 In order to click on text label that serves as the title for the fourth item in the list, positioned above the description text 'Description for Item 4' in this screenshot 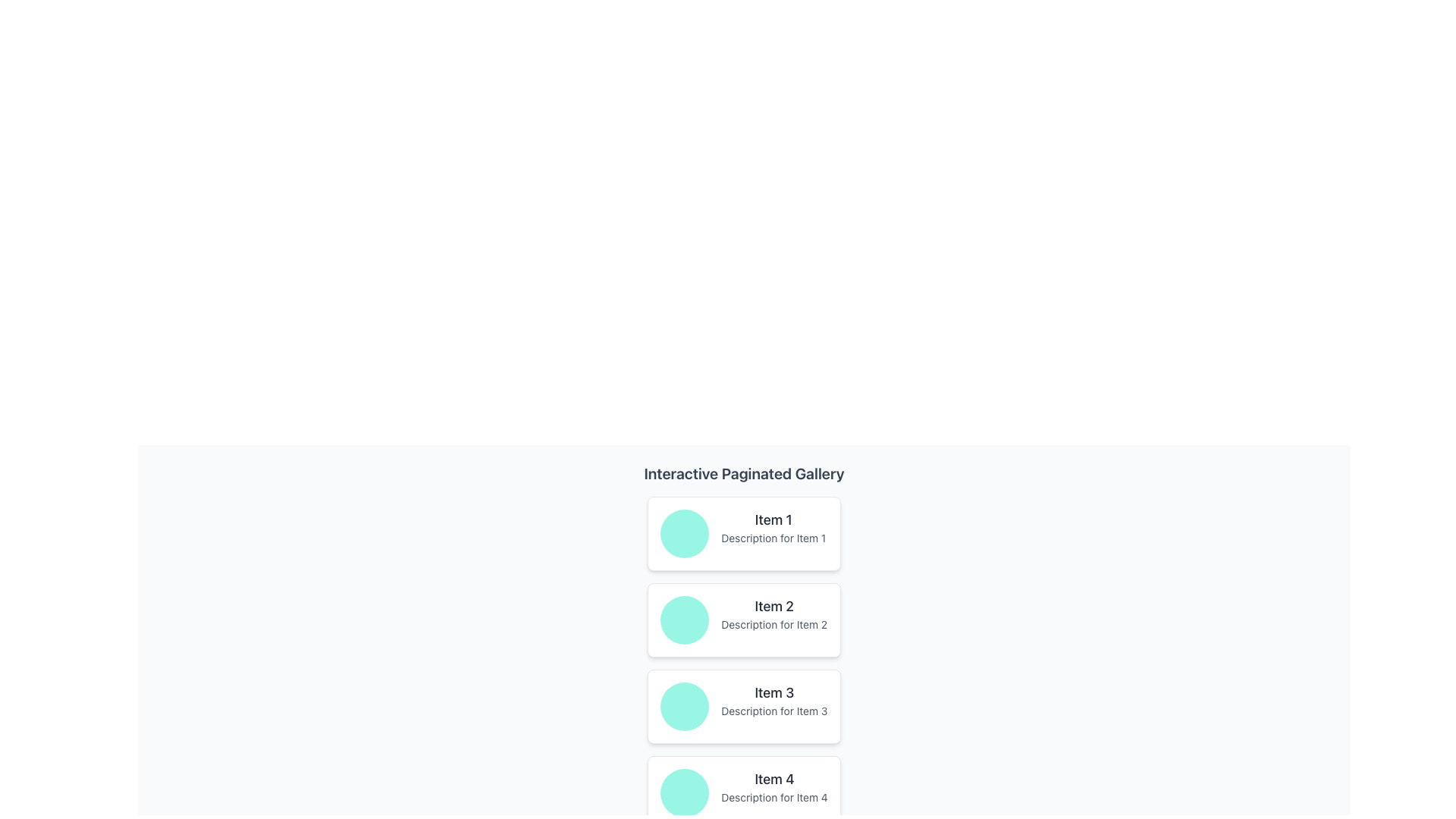, I will do `click(774, 780)`.